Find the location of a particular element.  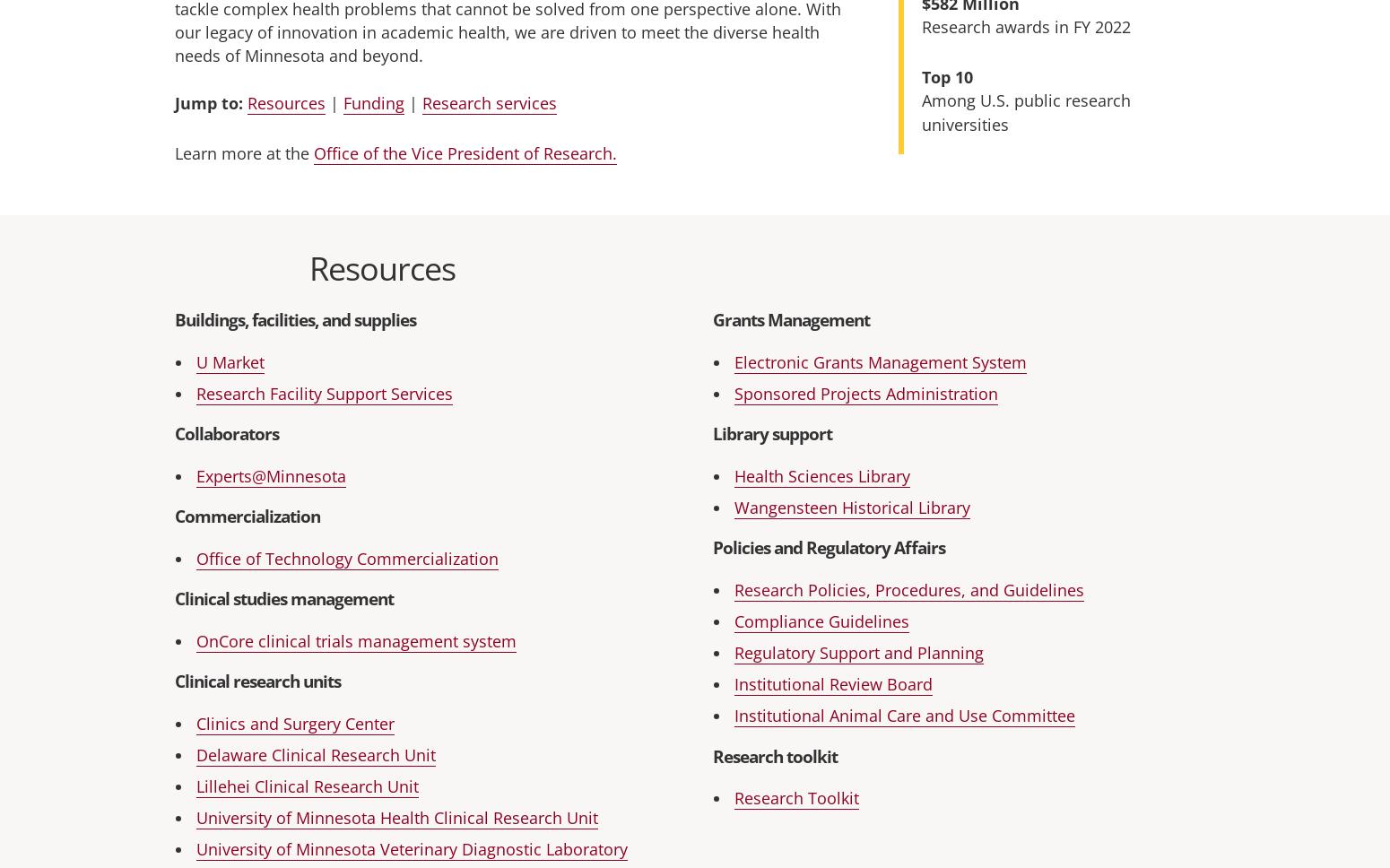

'Wangensteen Historical Library' is located at coordinates (851, 507).